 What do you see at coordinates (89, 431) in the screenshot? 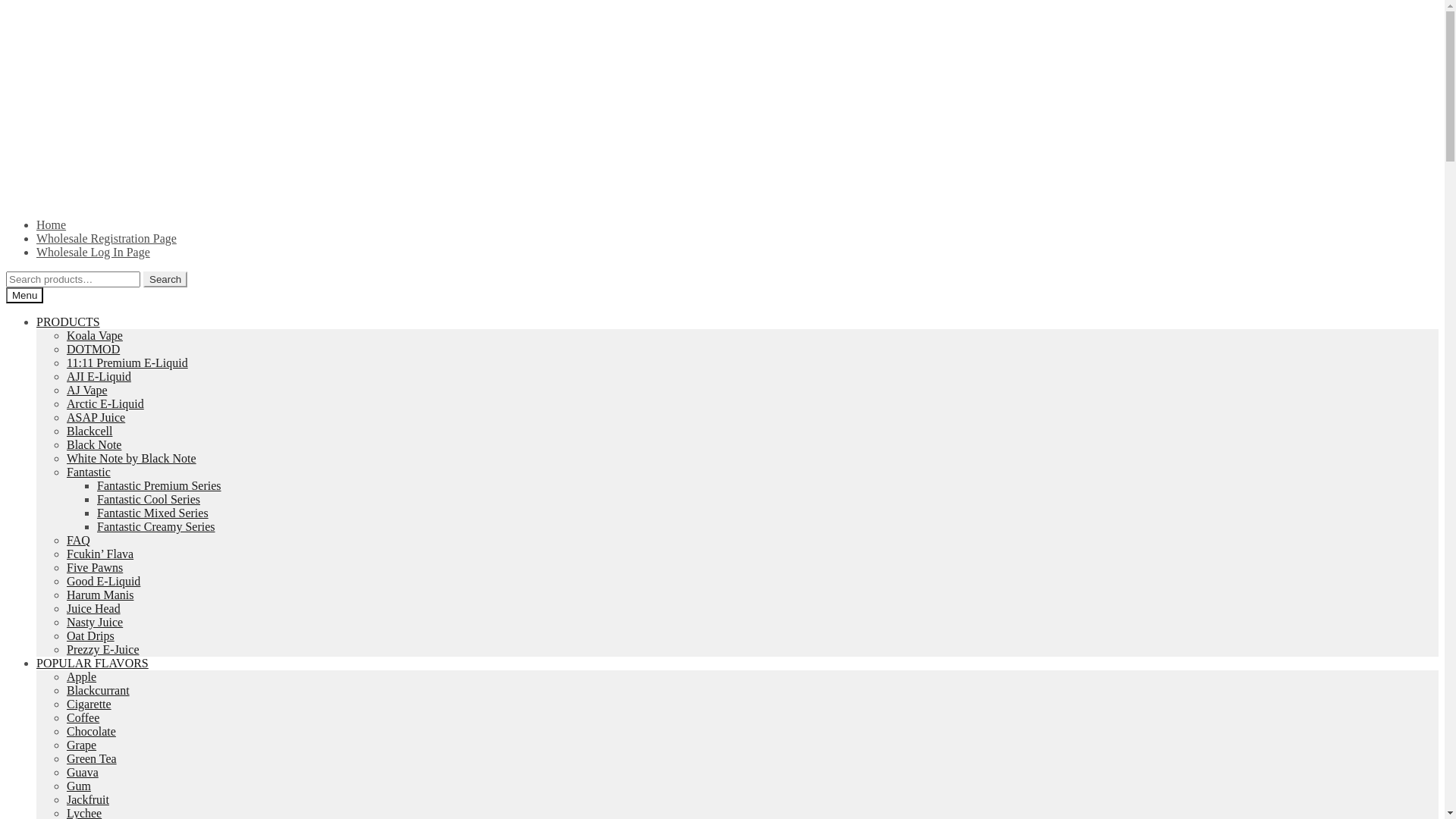
I see `'Blackcell'` at bounding box center [89, 431].